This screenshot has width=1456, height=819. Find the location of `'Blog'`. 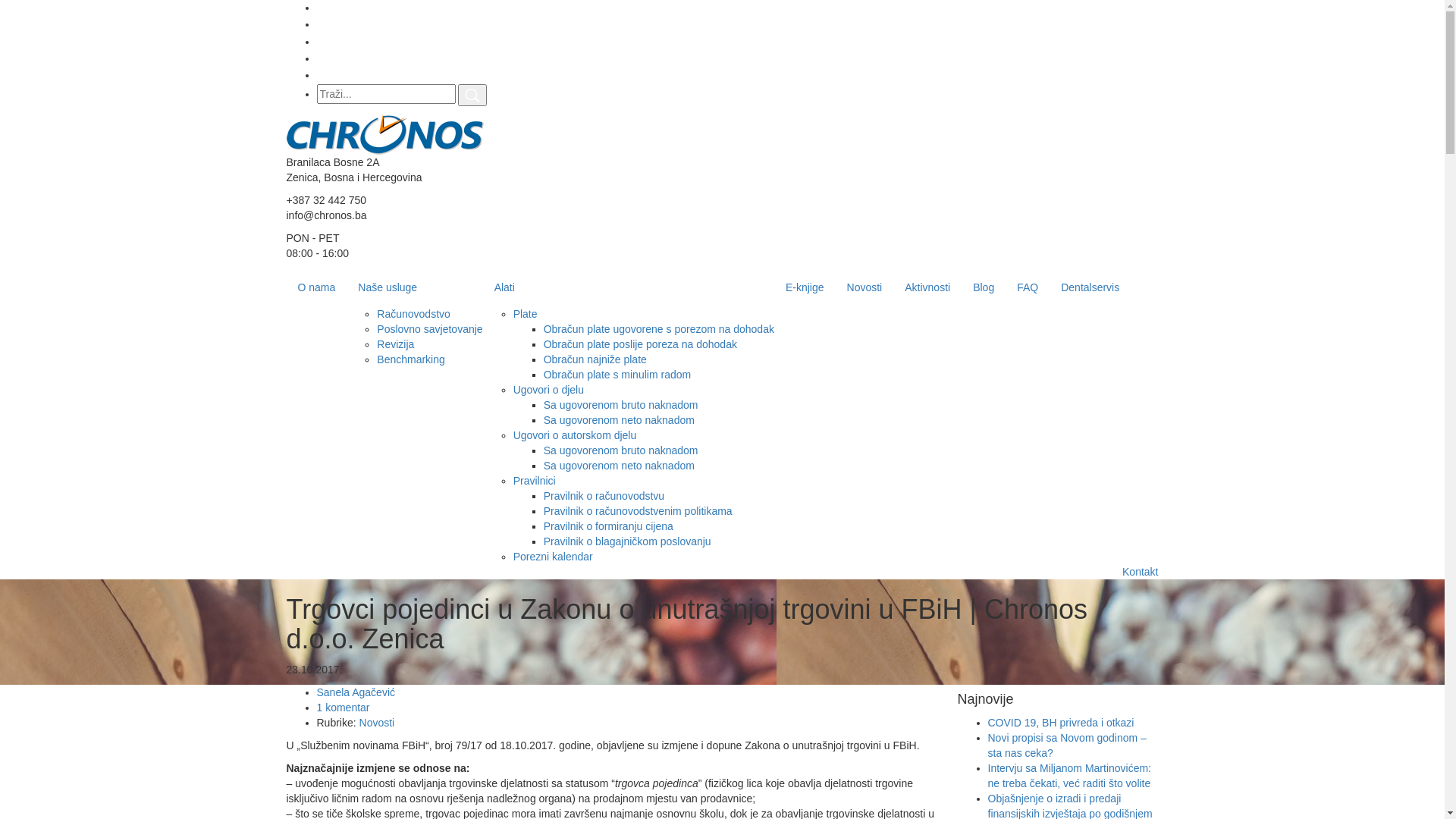

'Blog' is located at coordinates (983, 287).